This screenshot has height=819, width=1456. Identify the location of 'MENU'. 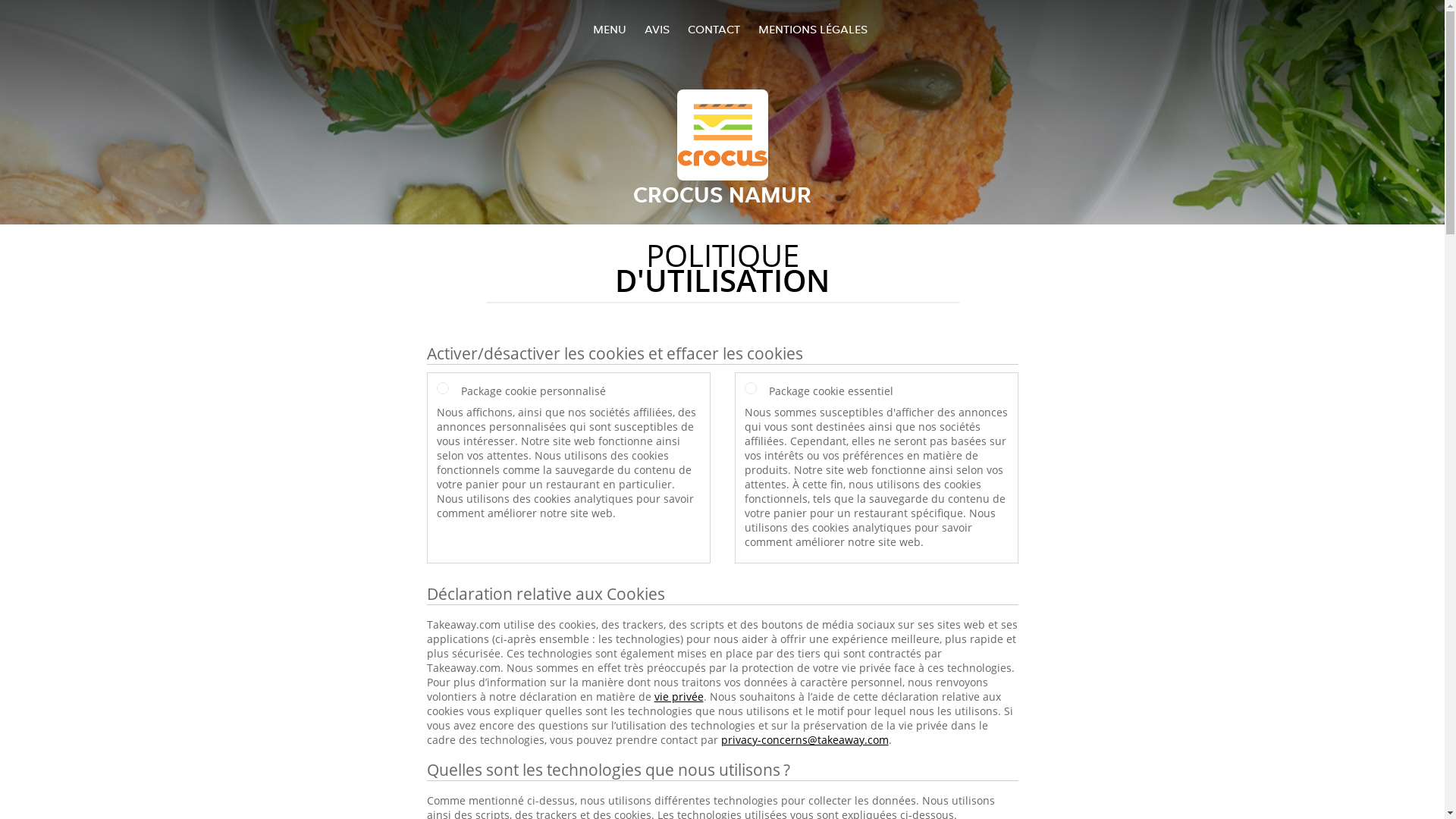
(610, 29).